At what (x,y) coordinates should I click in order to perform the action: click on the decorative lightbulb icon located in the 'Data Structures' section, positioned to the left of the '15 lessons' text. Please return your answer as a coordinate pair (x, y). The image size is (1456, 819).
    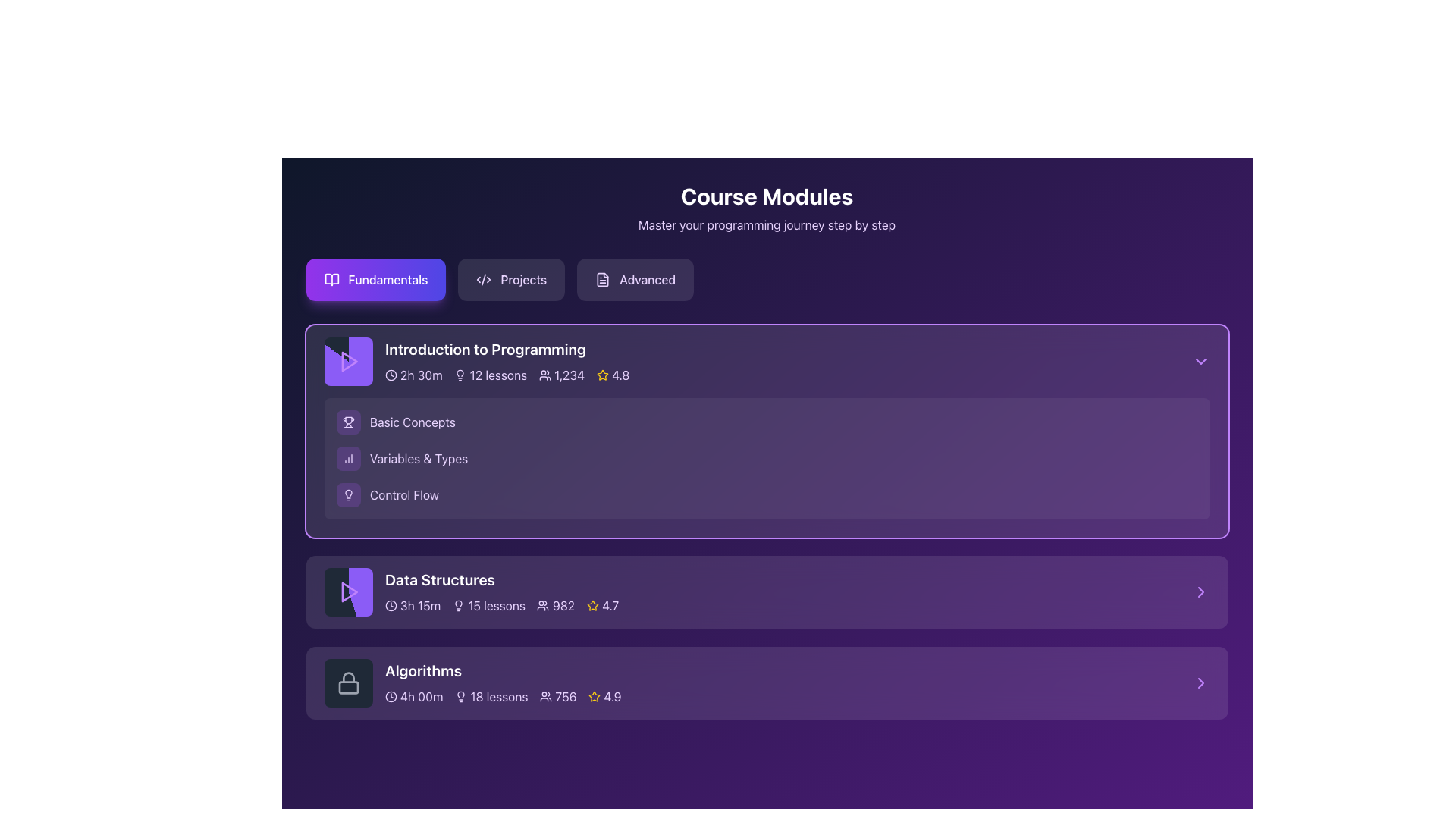
    Looking at the image, I should click on (457, 604).